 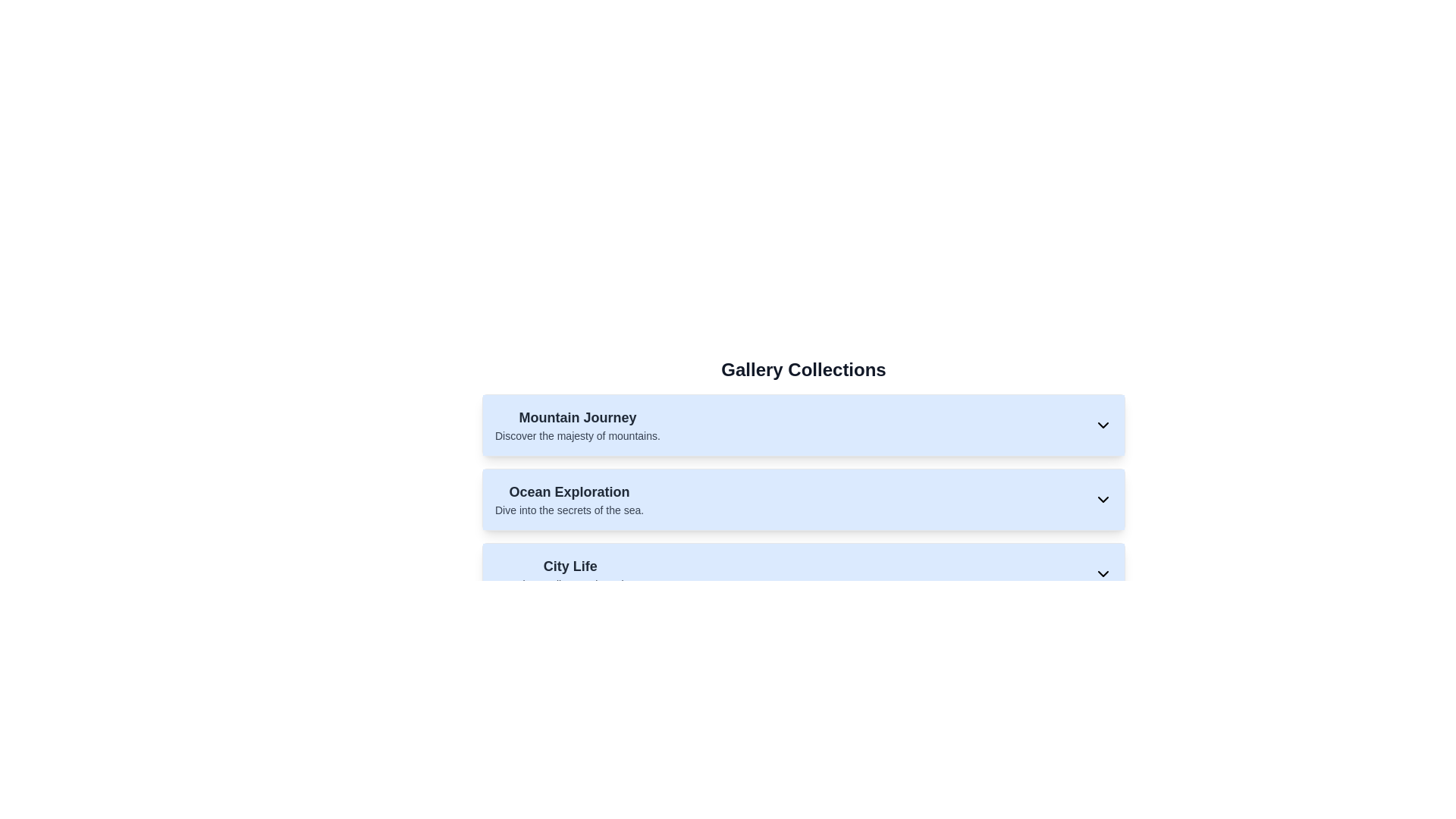 I want to click on the Text block titled 'Ocean Exploration', which features a bold title and a subtitle within a light blue background, positioned between 'Mountain Journey' and 'City Life', so click(x=569, y=500).